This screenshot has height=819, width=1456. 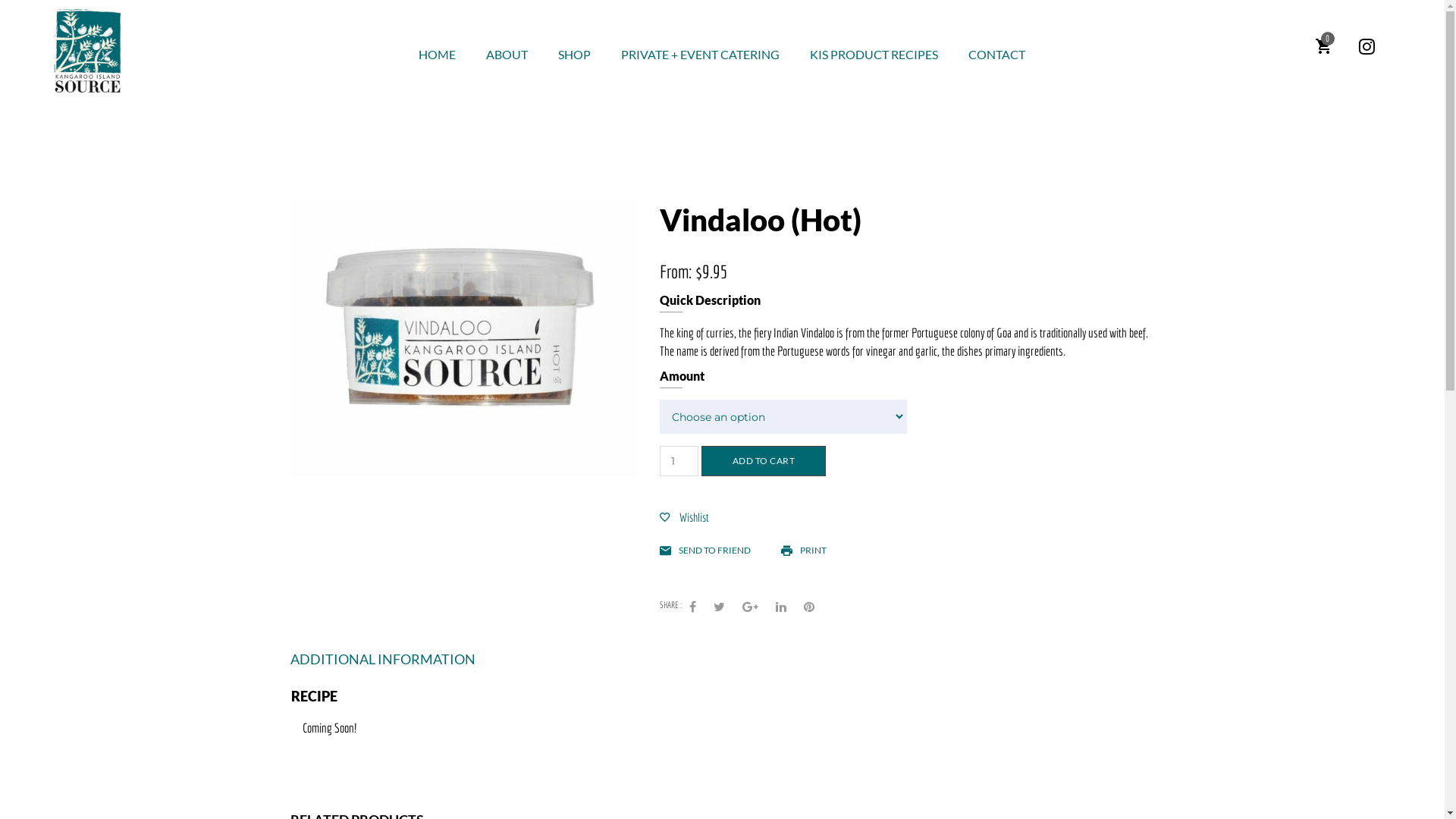 I want to click on 'ABOUT', so click(x=507, y=54).